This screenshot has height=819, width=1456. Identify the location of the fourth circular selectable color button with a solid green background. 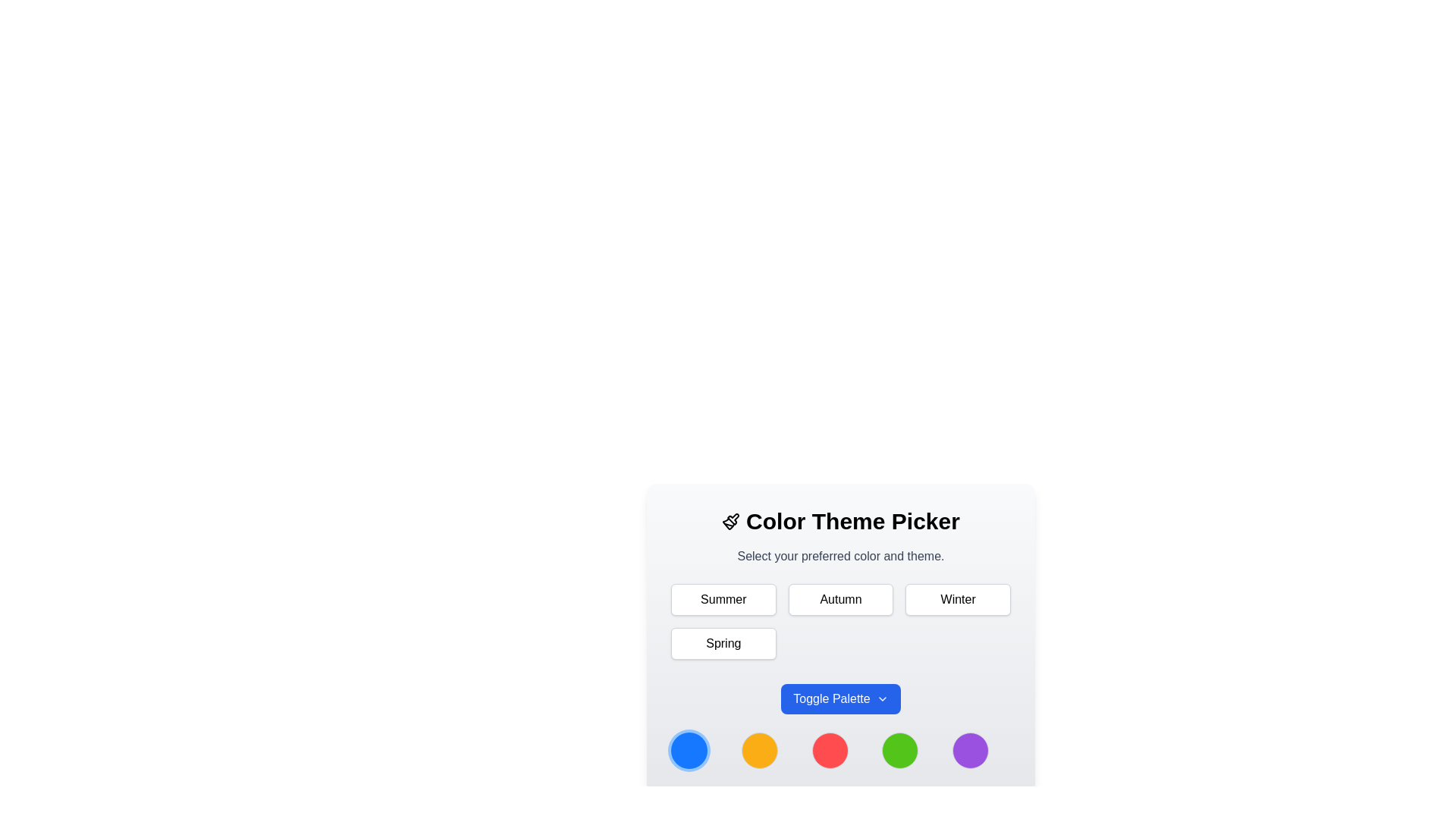
(900, 751).